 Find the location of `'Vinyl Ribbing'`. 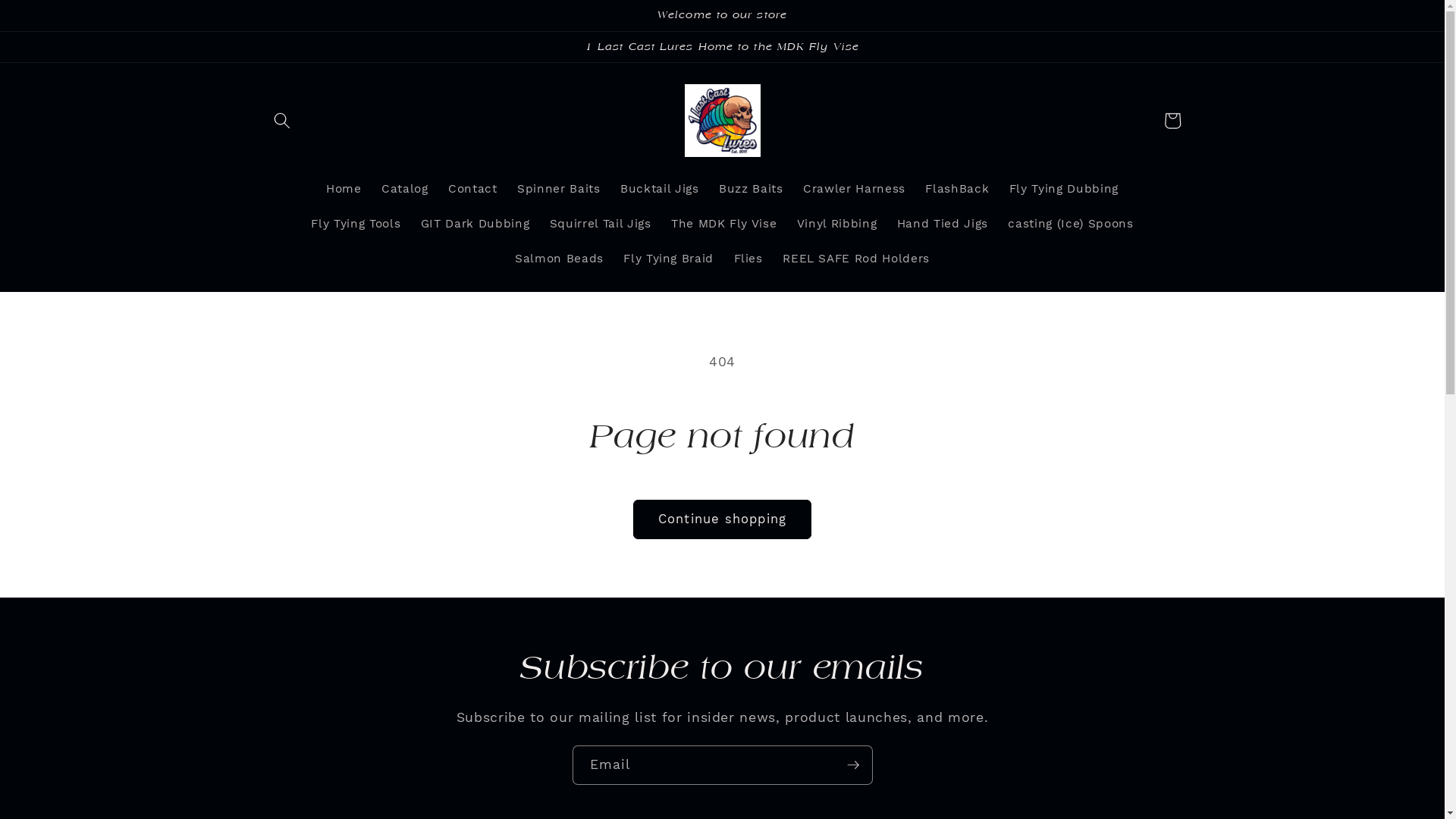

'Vinyl Ribbing' is located at coordinates (836, 224).